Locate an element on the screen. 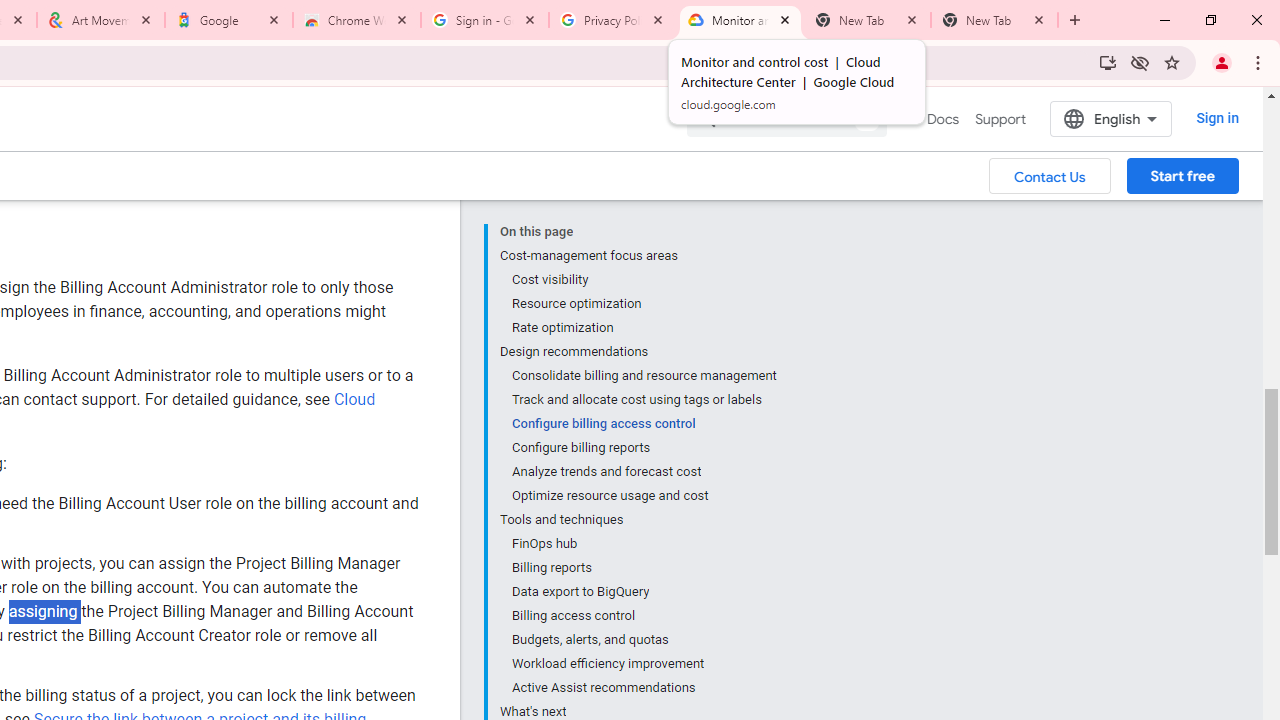  'Install Google Cloud' is located at coordinates (1106, 61).